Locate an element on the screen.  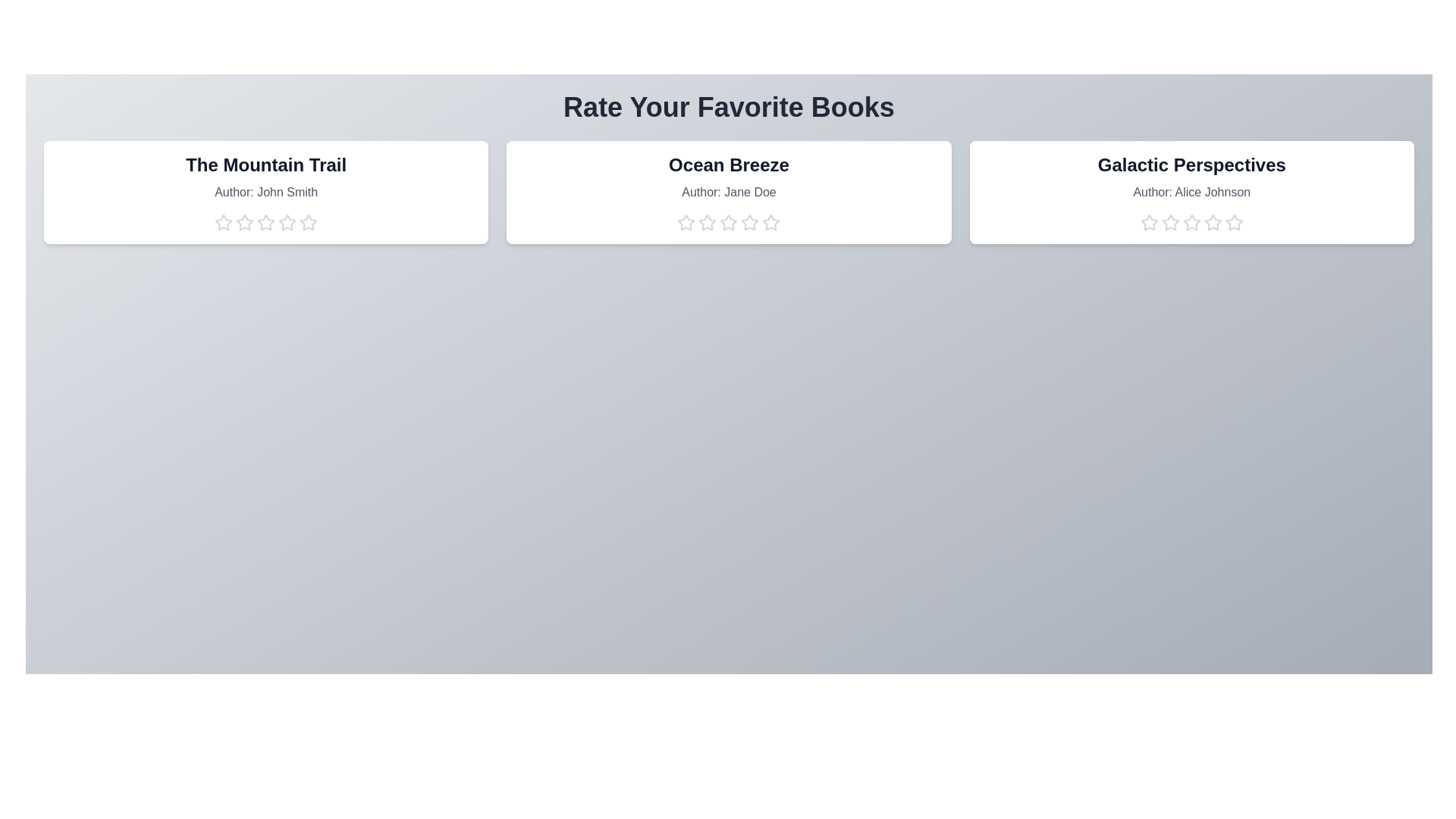
the star corresponding to 5 to preview the rating is located at coordinates (308, 222).